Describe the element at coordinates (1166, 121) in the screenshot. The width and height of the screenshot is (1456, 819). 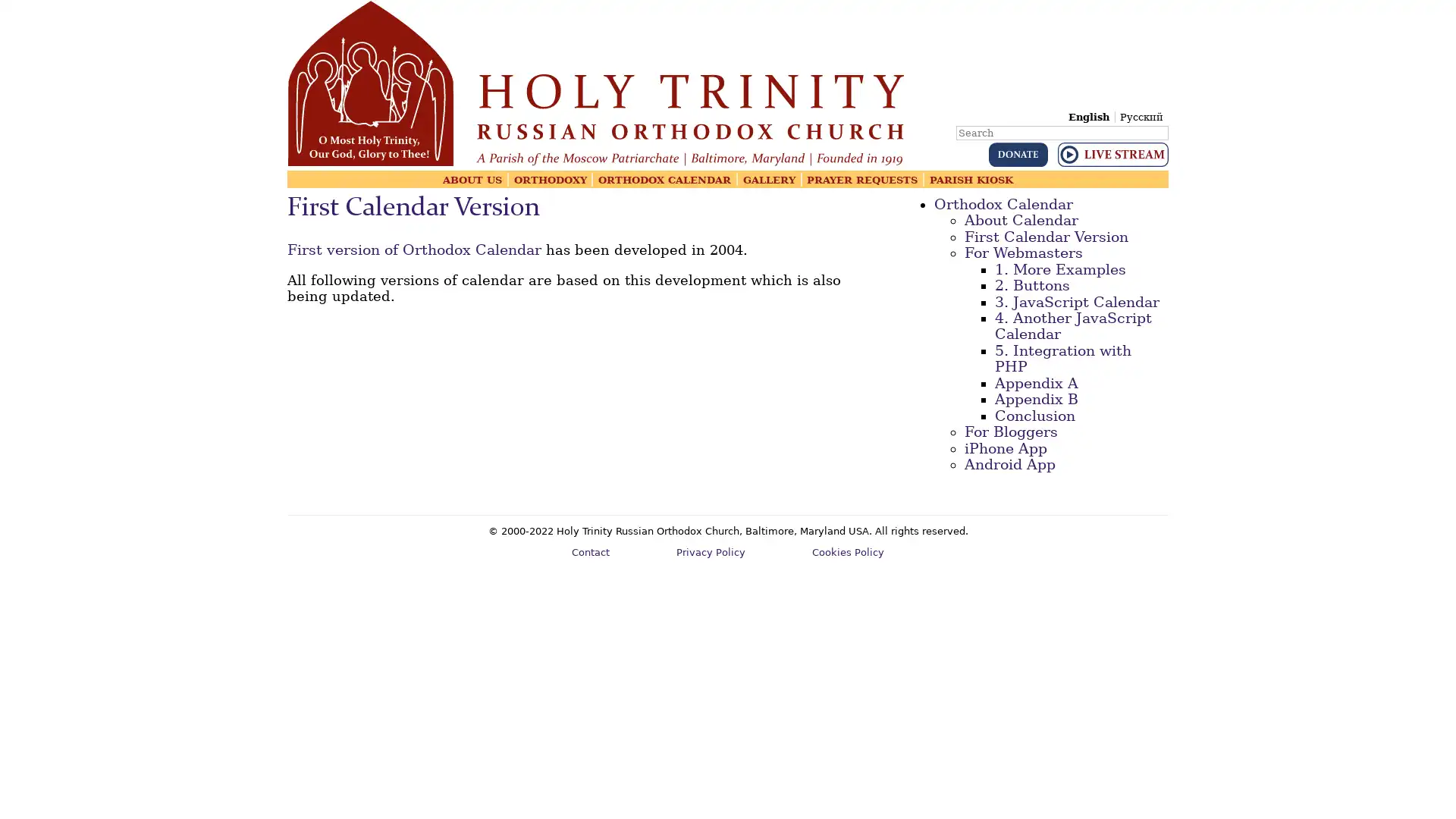
I see `Search` at that location.